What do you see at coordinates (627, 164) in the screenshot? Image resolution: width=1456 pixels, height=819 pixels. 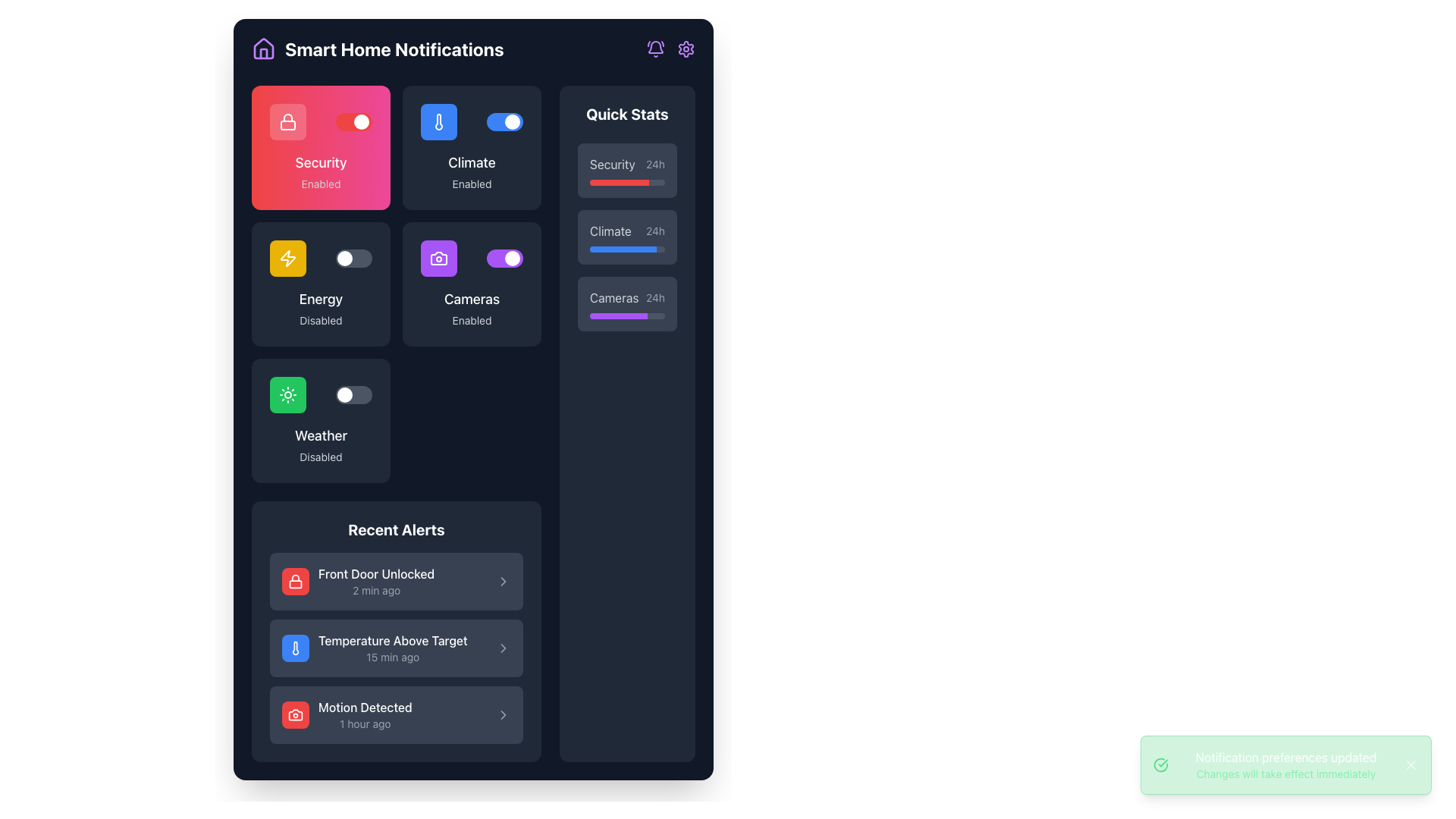 I see `the 'Security' status text label located in the 'Quick Stats' panel, which is the first entry above 'Climate 24h' and 'Cameras 24h'` at bounding box center [627, 164].